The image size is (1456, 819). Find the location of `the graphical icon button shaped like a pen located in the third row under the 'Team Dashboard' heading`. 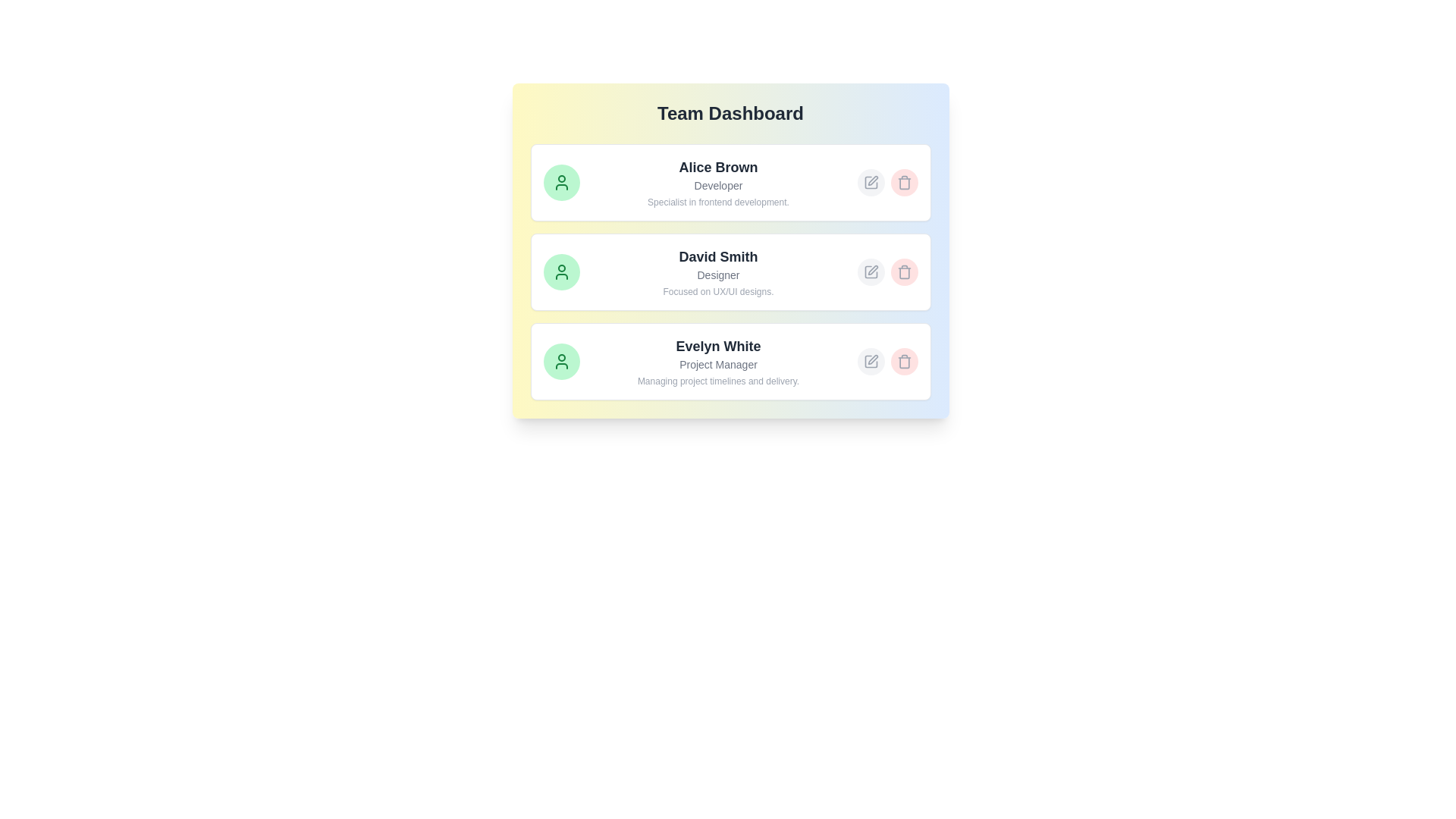

the graphical icon button shaped like a pen located in the third row under the 'Team Dashboard' heading is located at coordinates (873, 359).